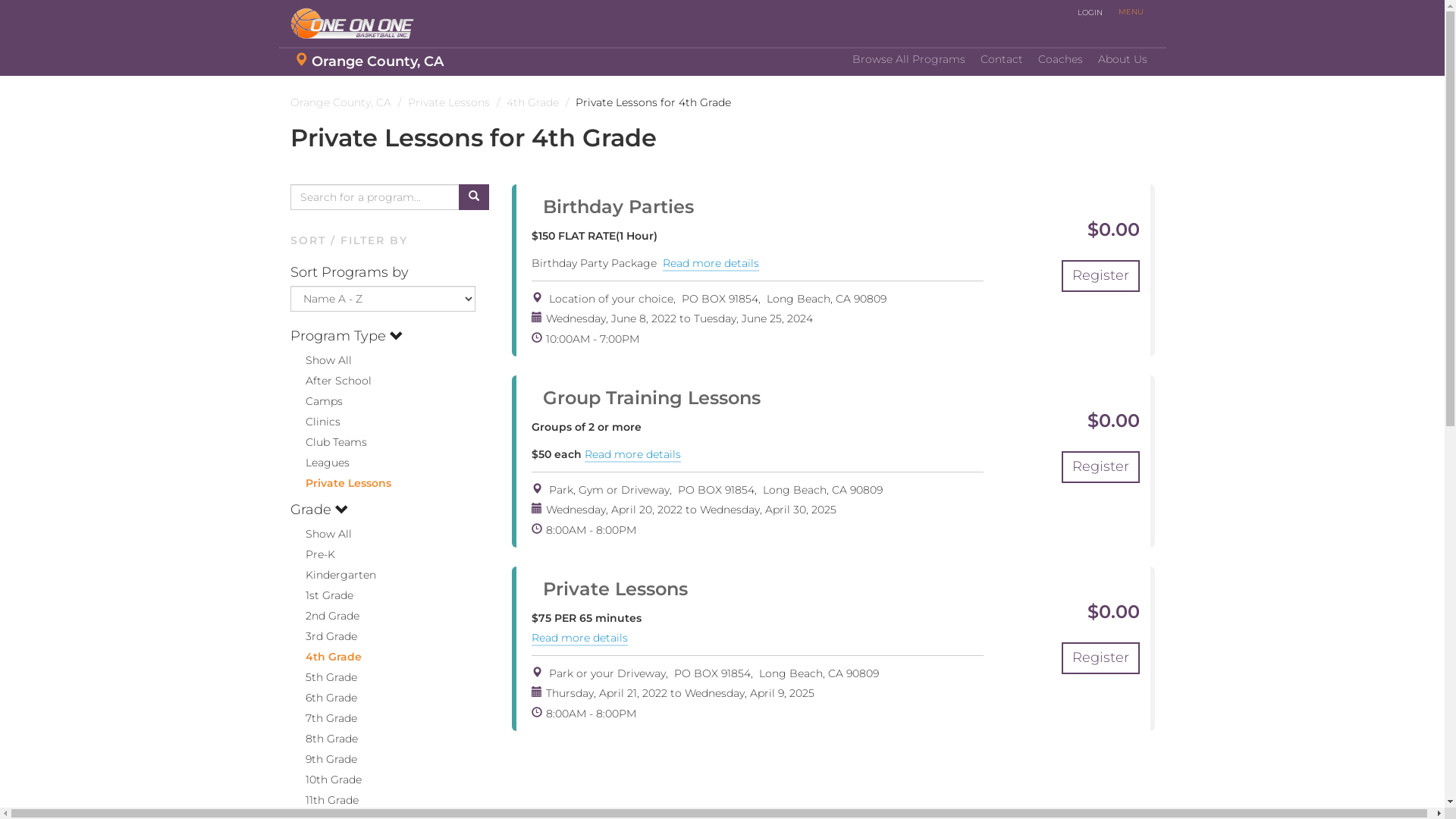 Image resolution: width=1456 pixels, height=819 pixels. Describe the element at coordinates (1100, 275) in the screenshot. I see `'Register'` at that location.